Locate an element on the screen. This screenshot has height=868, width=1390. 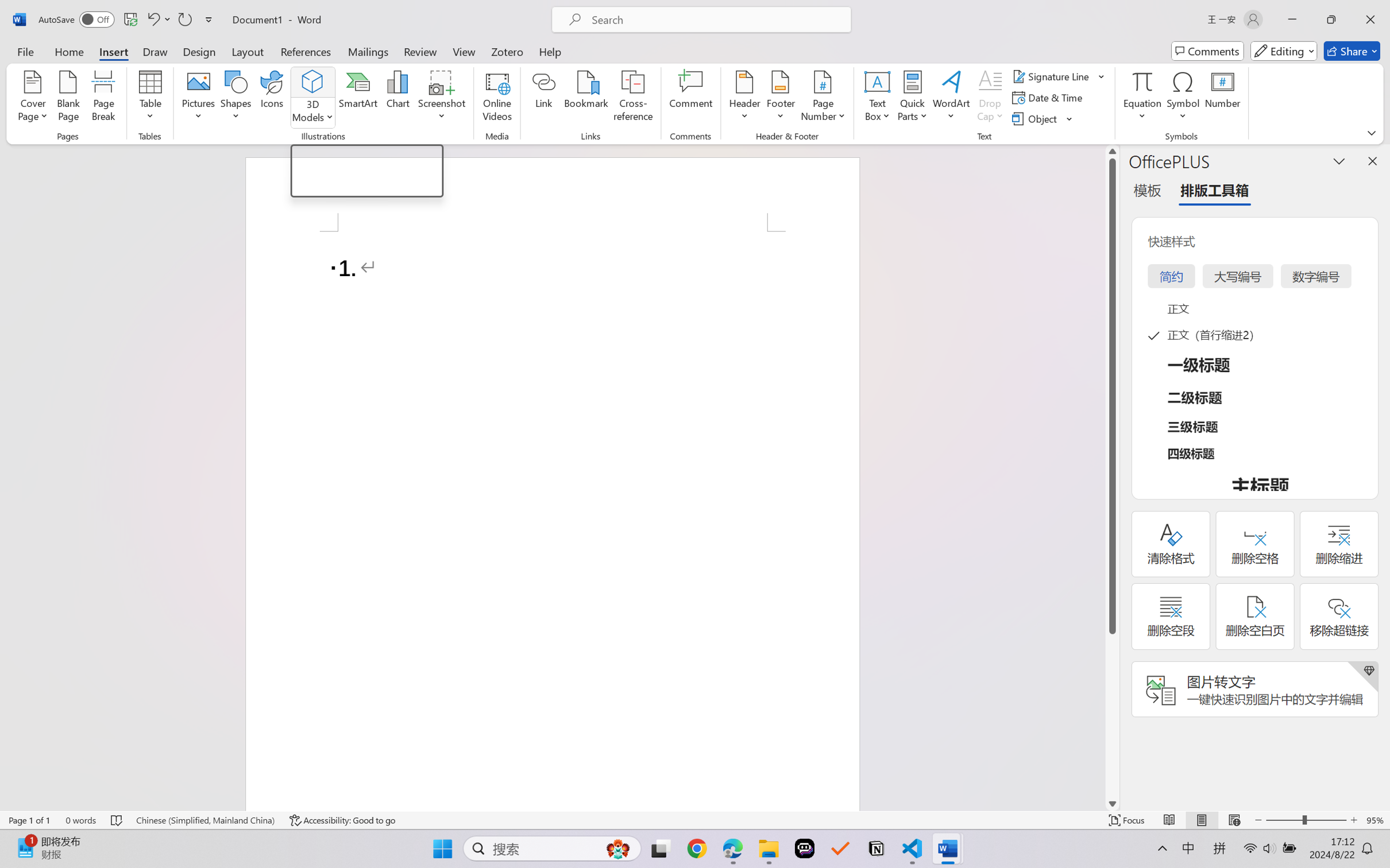
'Line down' is located at coordinates (1112, 803).